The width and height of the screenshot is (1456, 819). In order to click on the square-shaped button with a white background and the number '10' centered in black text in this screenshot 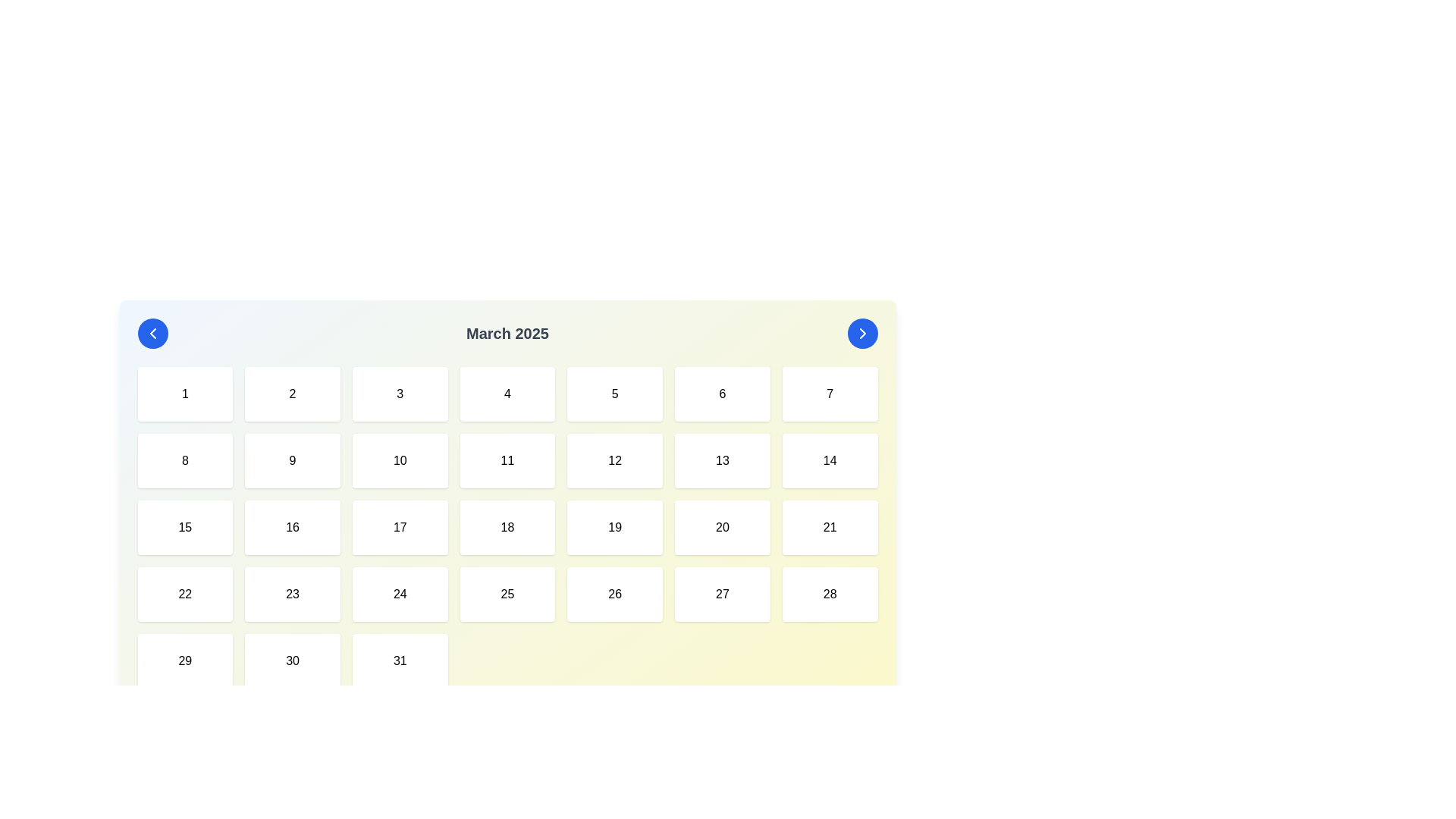, I will do `click(400, 460)`.